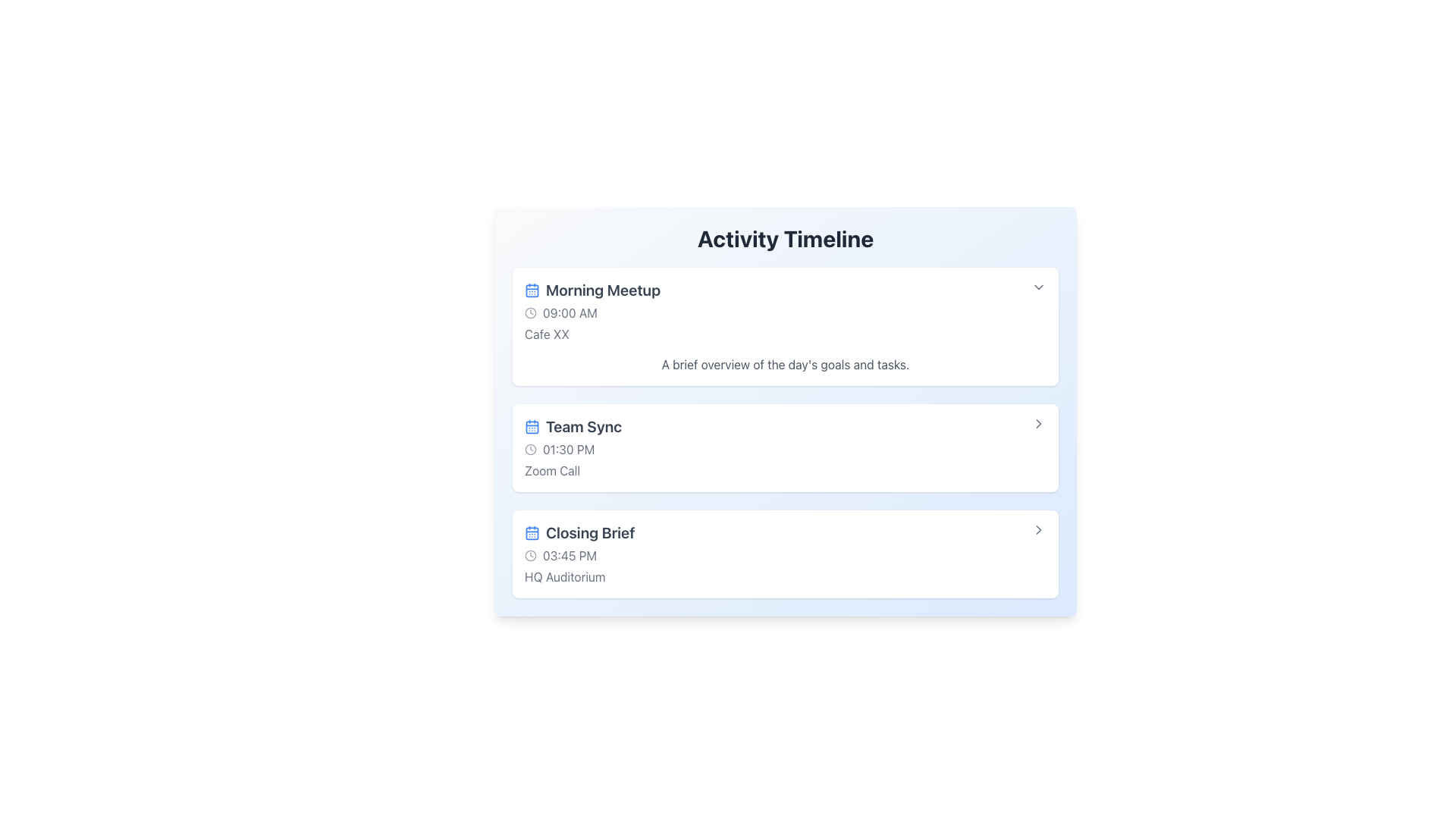  I want to click on the third entry in the 'Activity Timeline' section, so click(579, 554).